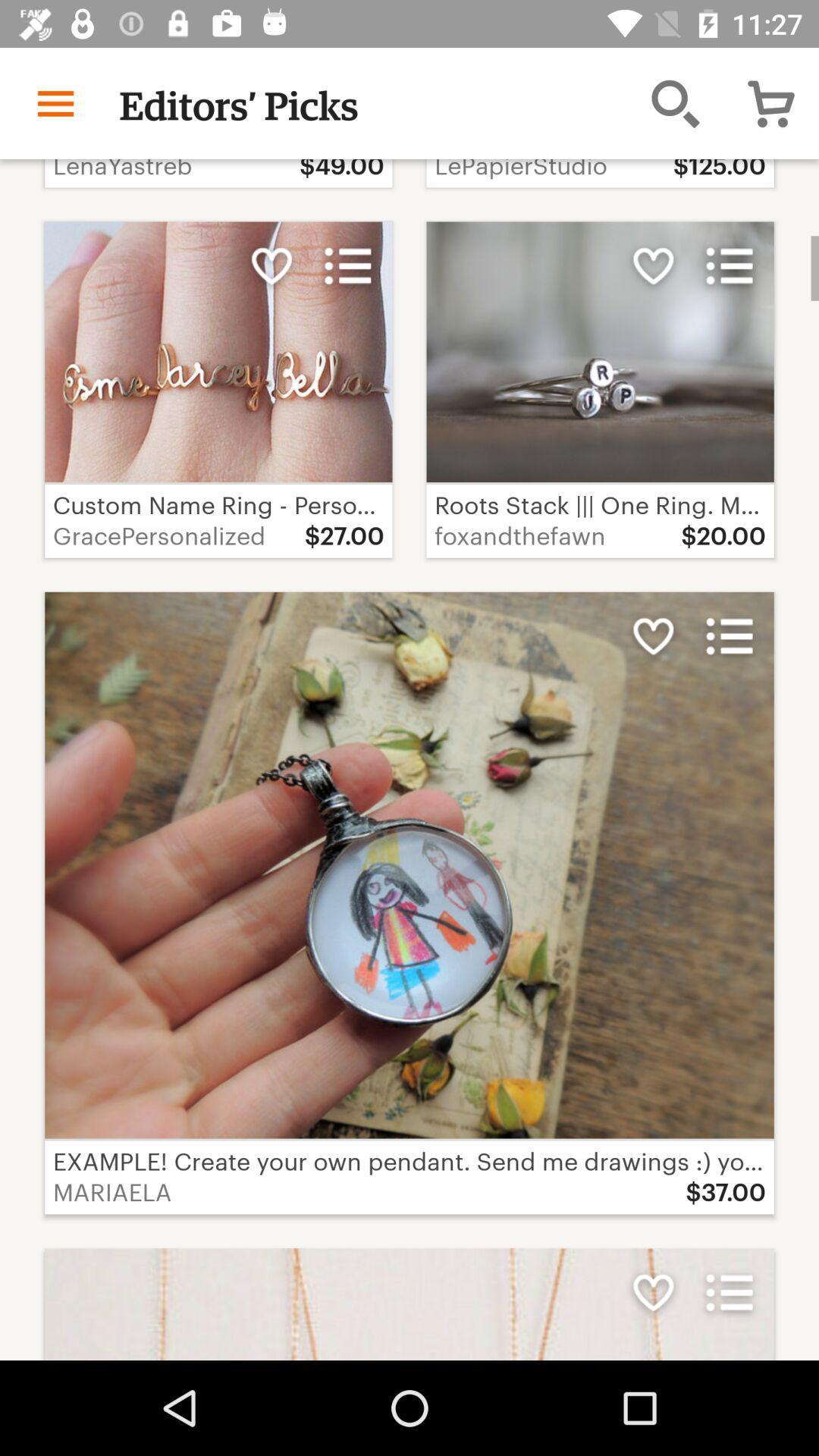 Image resolution: width=819 pixels, height=1456 pixels. Describe the element at coordinates (675, 102) in the screenshot. I see `the item next to $49.00 item` at that location.